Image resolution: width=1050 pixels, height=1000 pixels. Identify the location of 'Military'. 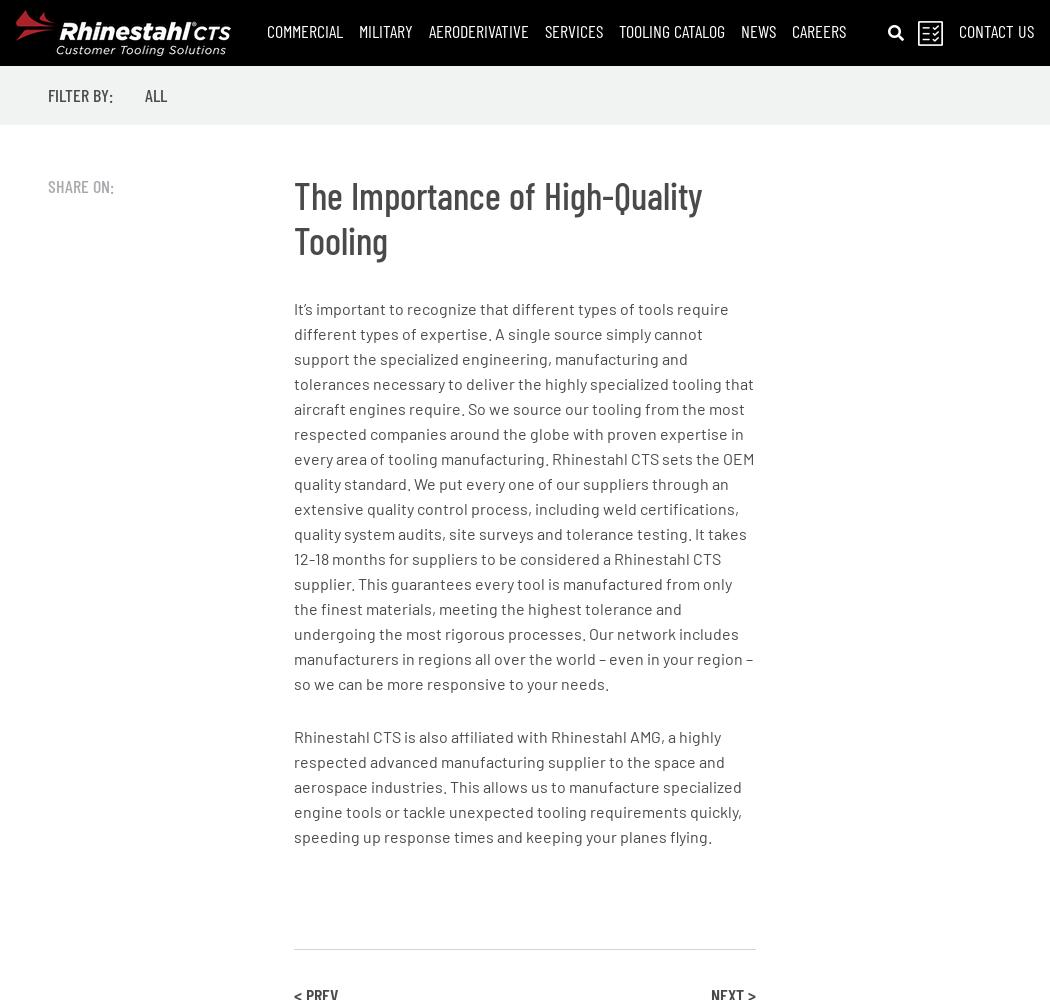
(385, 31).